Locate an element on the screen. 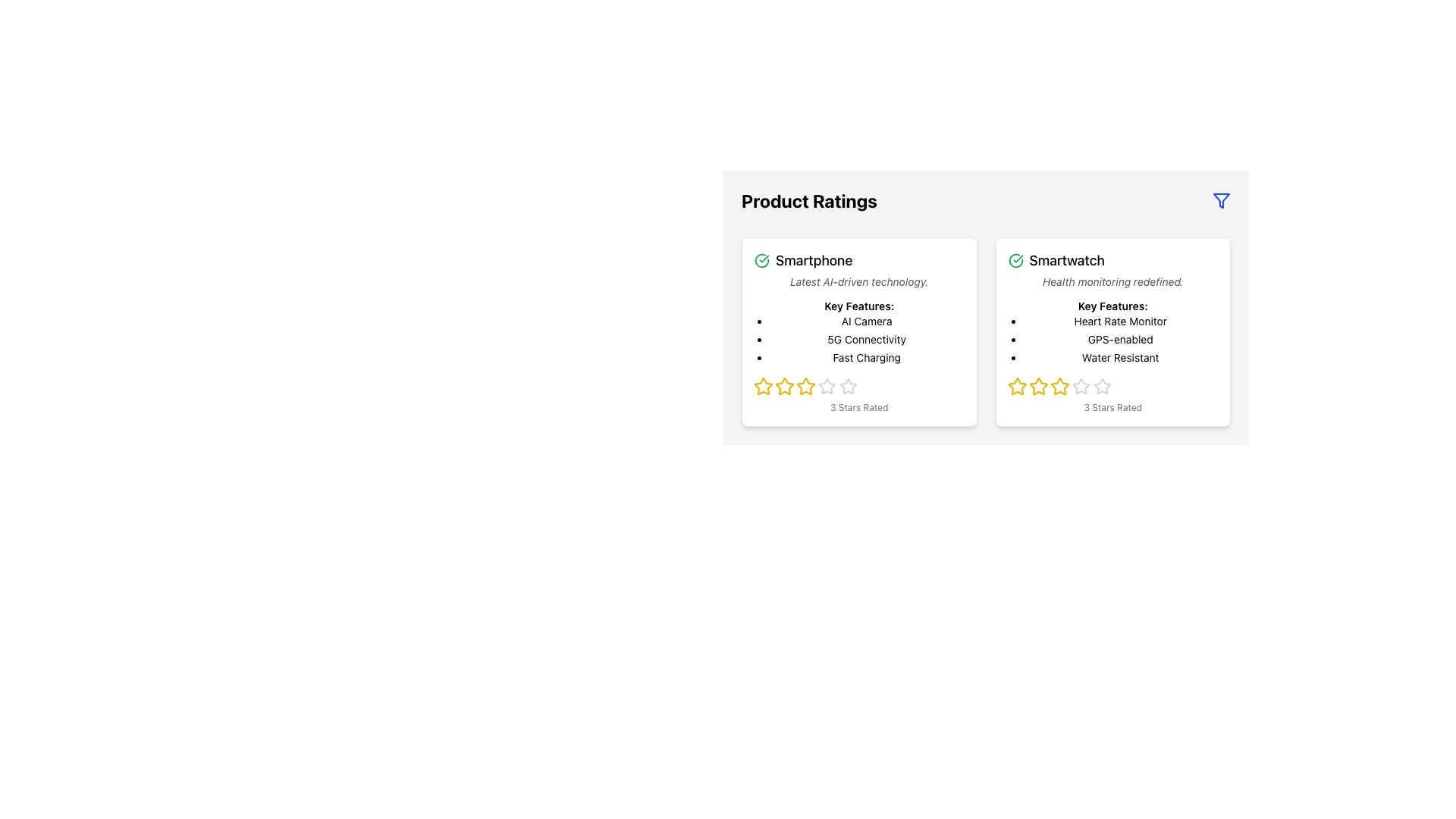  the bullet-point list located below the 'Key Features:' label in the 'Smartphone' product card is located at coordinates (867, 338).